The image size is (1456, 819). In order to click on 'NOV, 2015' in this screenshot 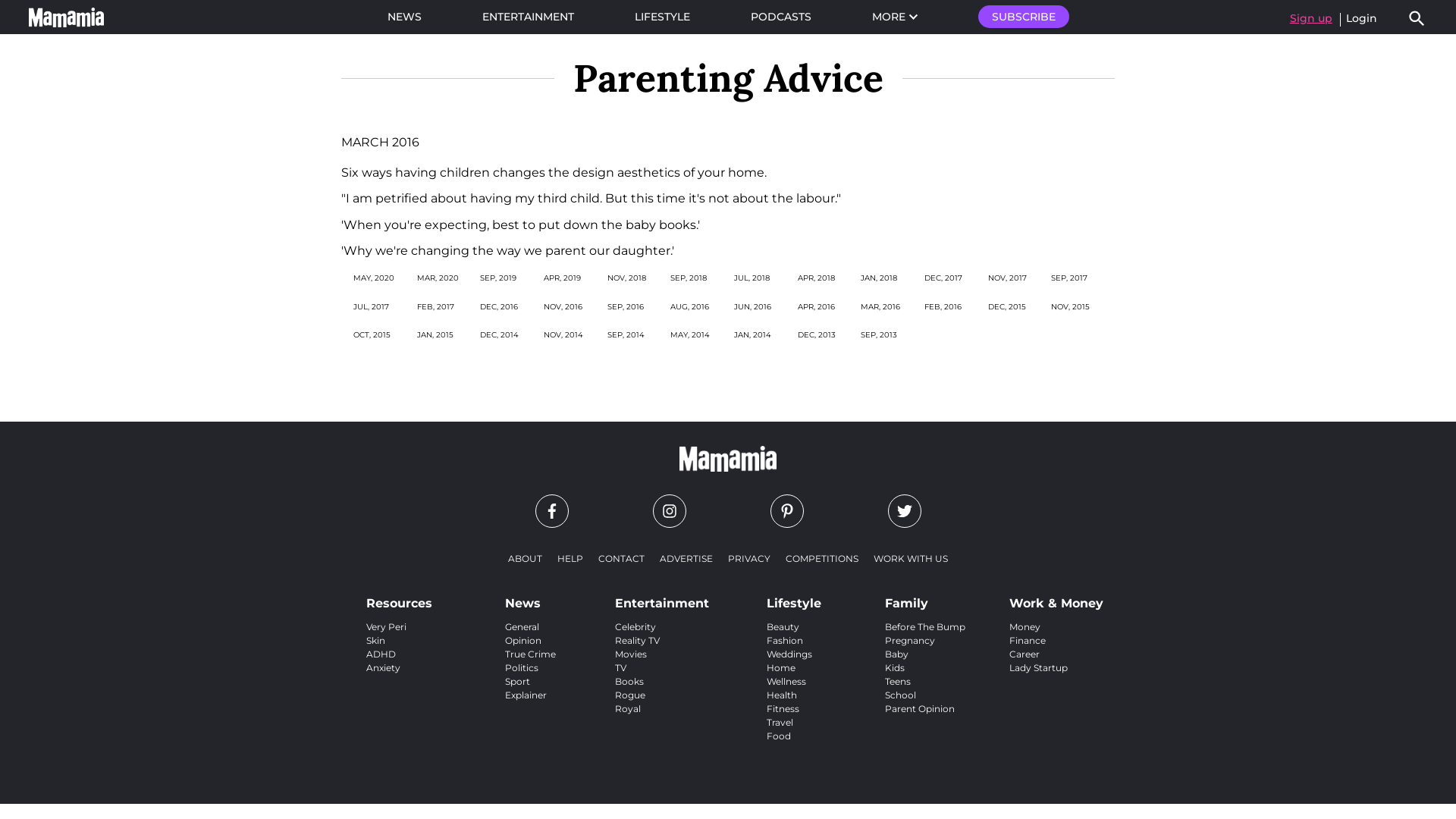, I will do `click(1050, 306)`.